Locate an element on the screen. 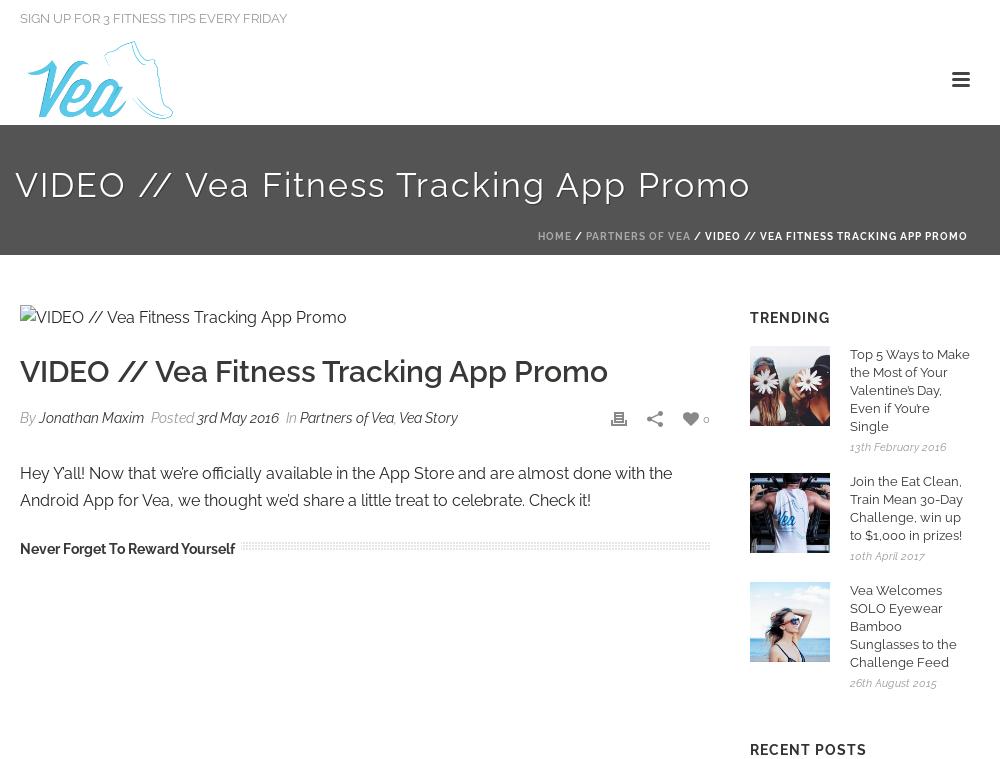 Image resolution: width=1000 pixels, height=759 pixels. 'Recent Posts' is located at coordinates (808, 749).